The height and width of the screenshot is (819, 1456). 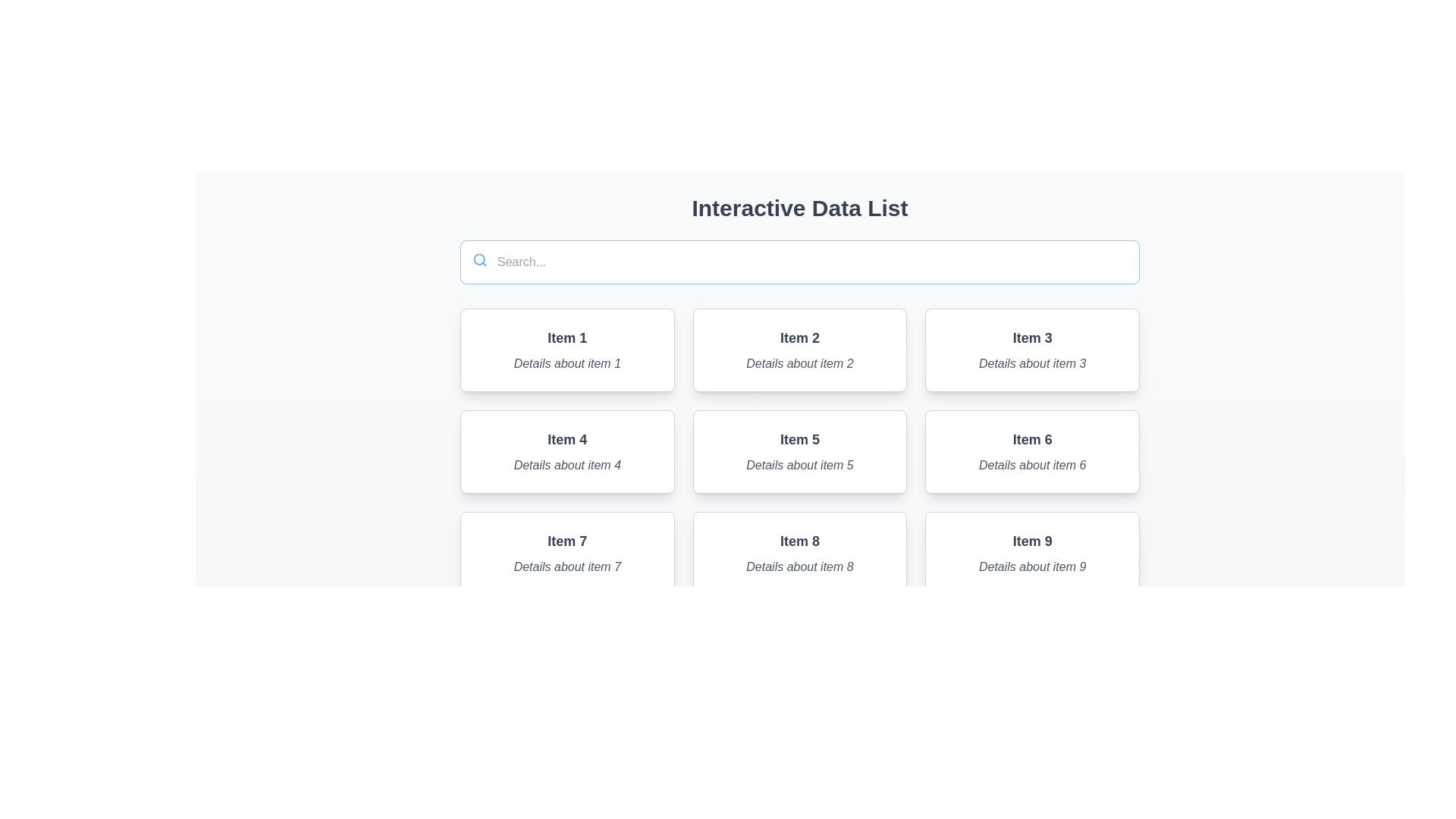 I want to click on the Textual Card displaying 'Item 3' with details about it, located in the top-right corner of the grid layout, so click(x=1031, y=350).